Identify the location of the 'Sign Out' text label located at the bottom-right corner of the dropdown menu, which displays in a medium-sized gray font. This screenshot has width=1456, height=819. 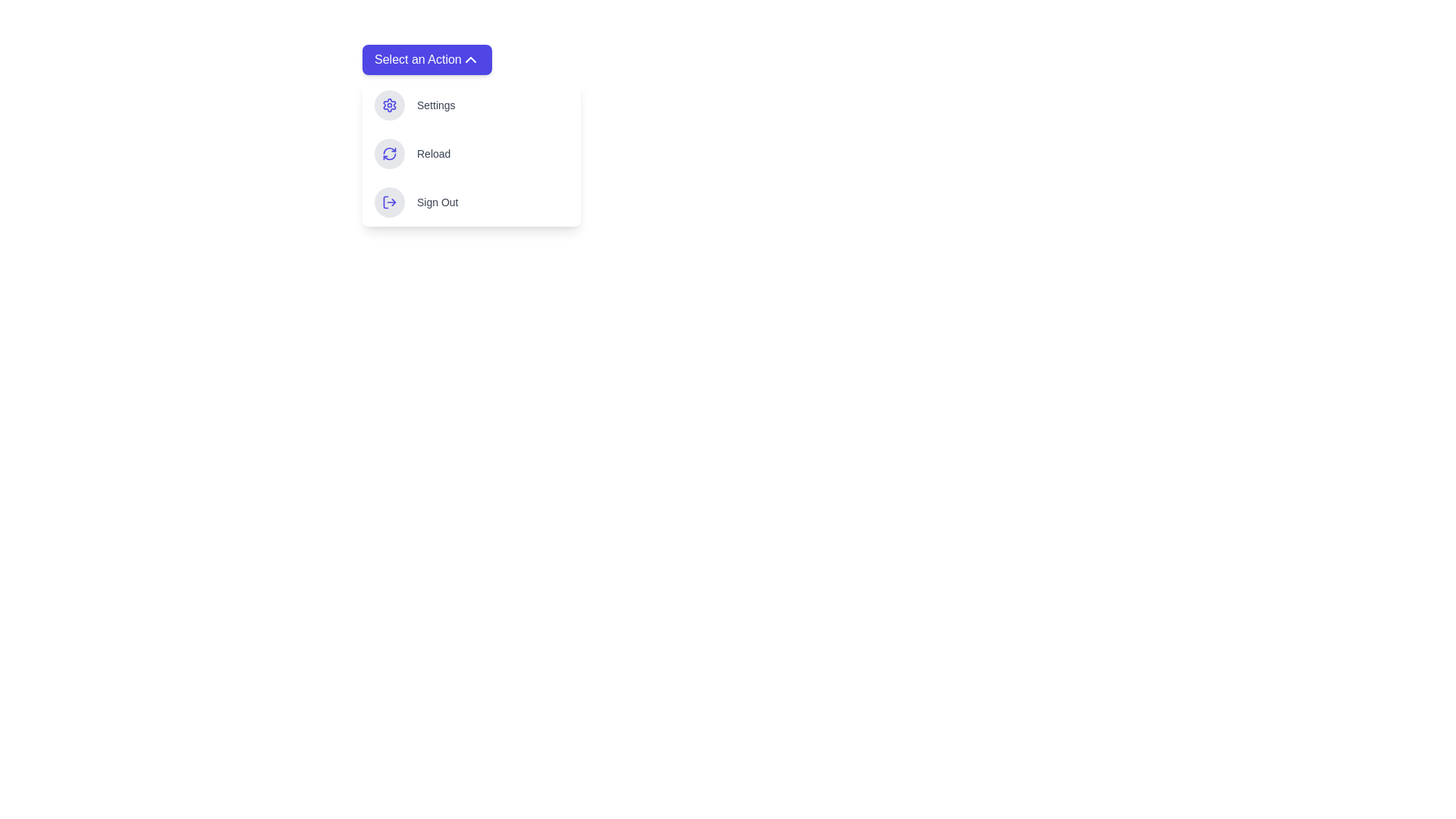
(437, 201).